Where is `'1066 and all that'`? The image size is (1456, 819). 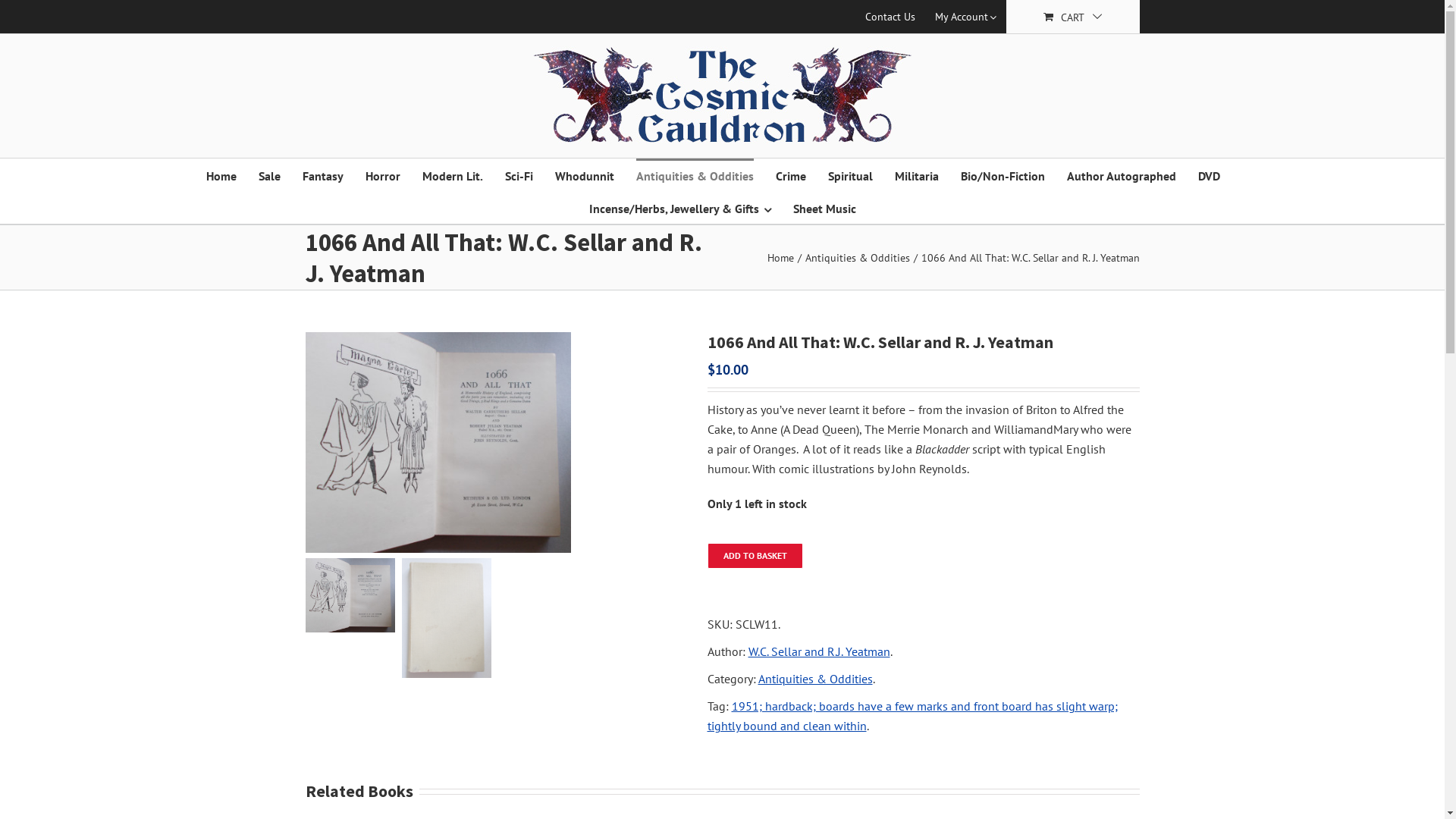 '1066 and all that' is located at coordinates (494, 442).